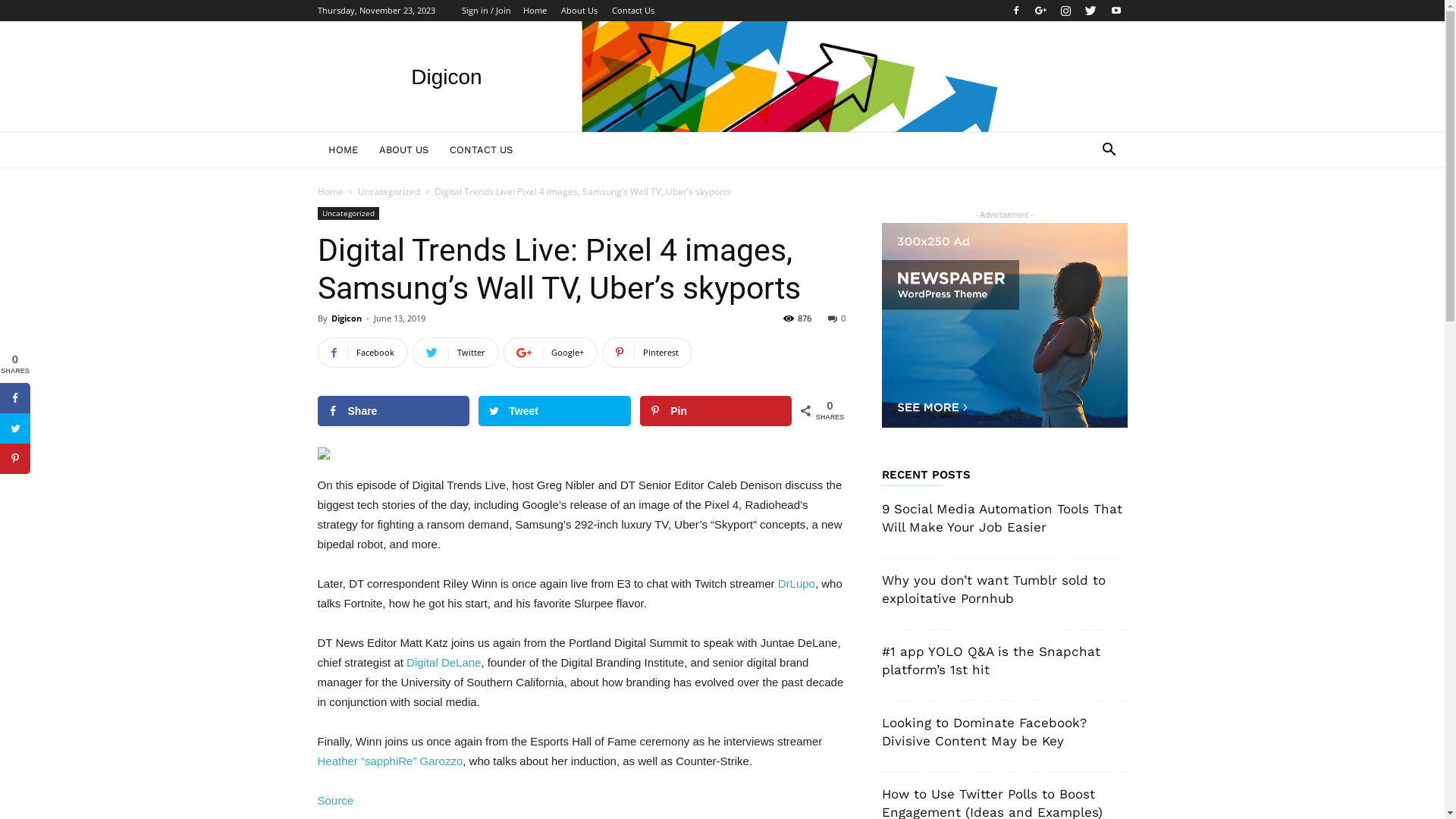 This screenshot has width=1456, height=819. Describe the element at coordinates (485, 10) in the screenshot. I see `'Sign in / Join'` at that location.